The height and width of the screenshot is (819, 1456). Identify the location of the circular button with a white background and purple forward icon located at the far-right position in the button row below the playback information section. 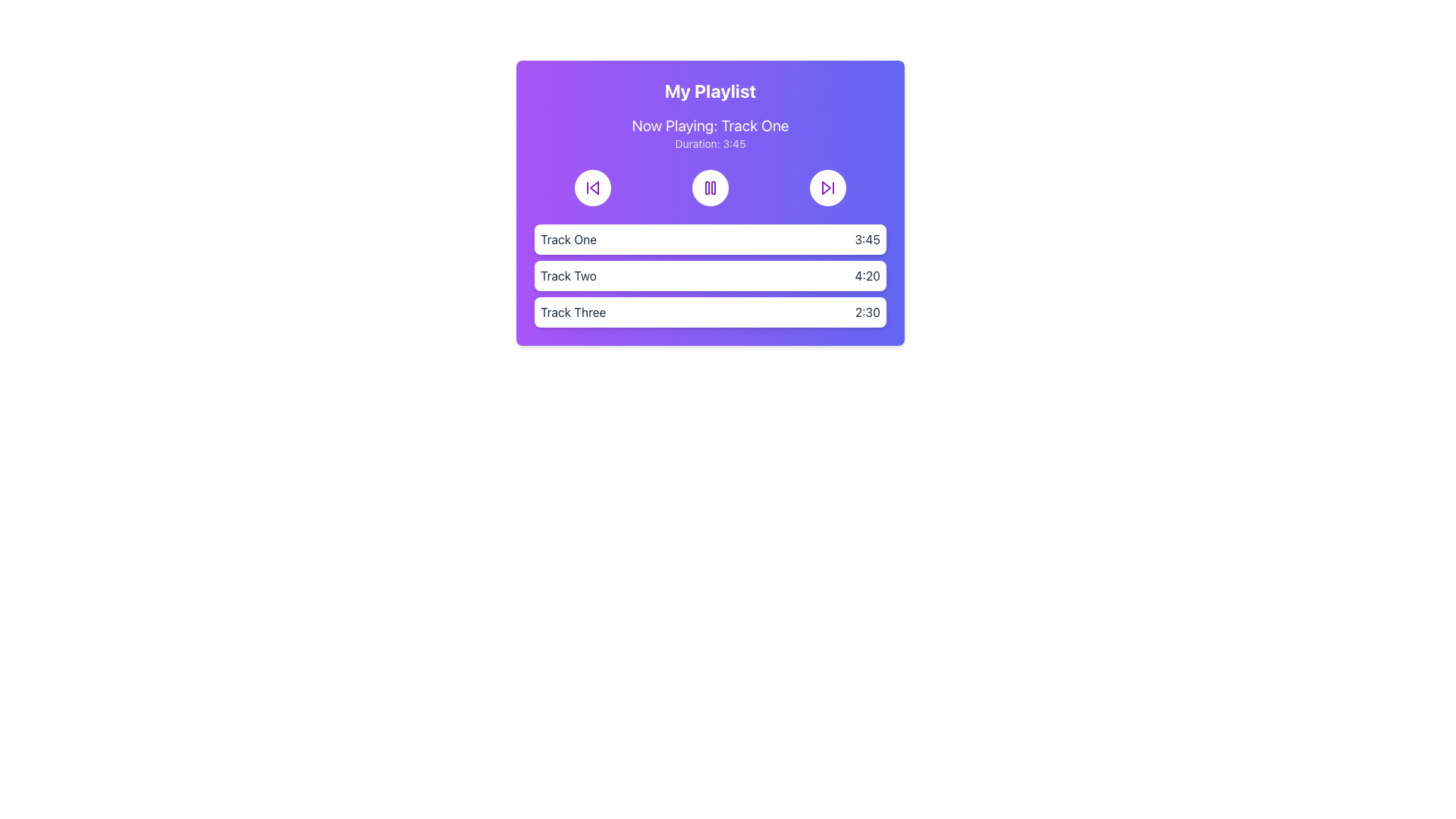
(827, 187).